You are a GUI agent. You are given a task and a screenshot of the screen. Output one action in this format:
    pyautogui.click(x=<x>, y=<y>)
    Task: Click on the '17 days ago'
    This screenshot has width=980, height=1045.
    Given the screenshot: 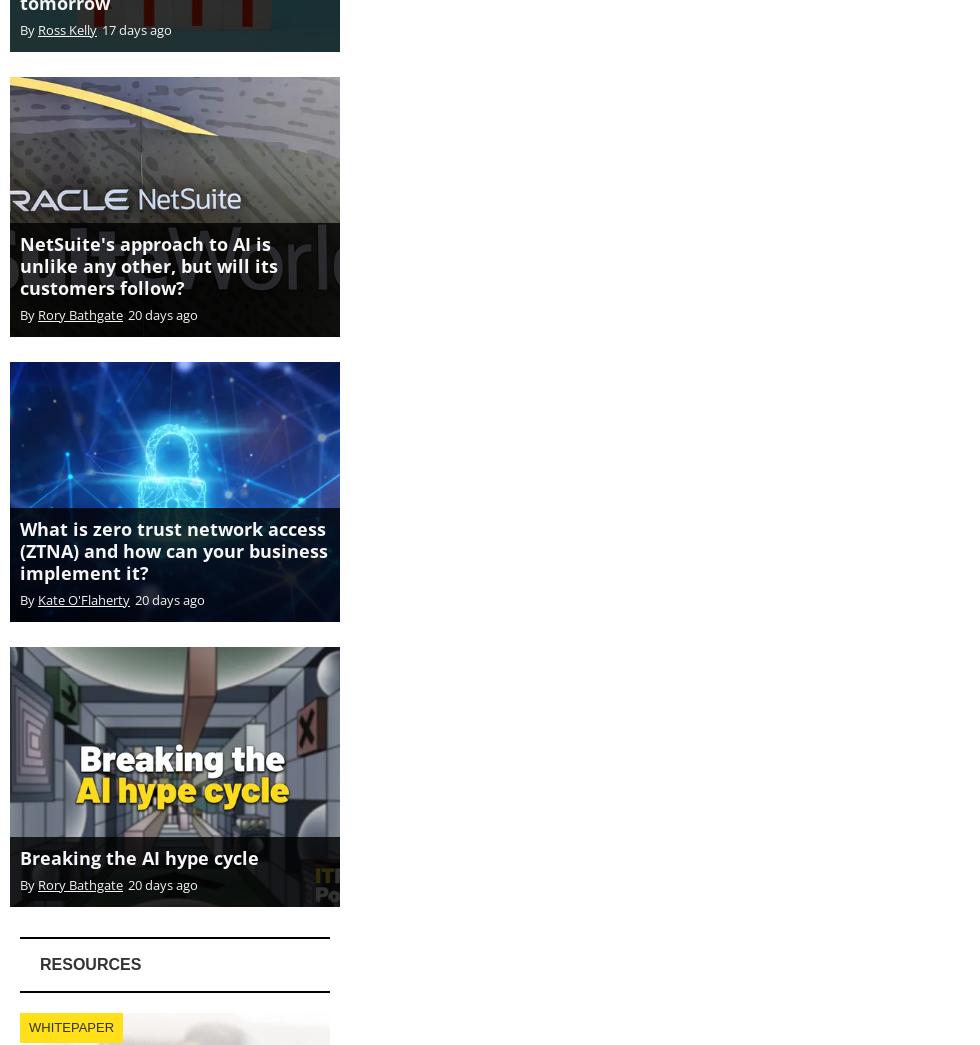 What is the action you would take?
    pyautogui.click(x=137, y=7)
    